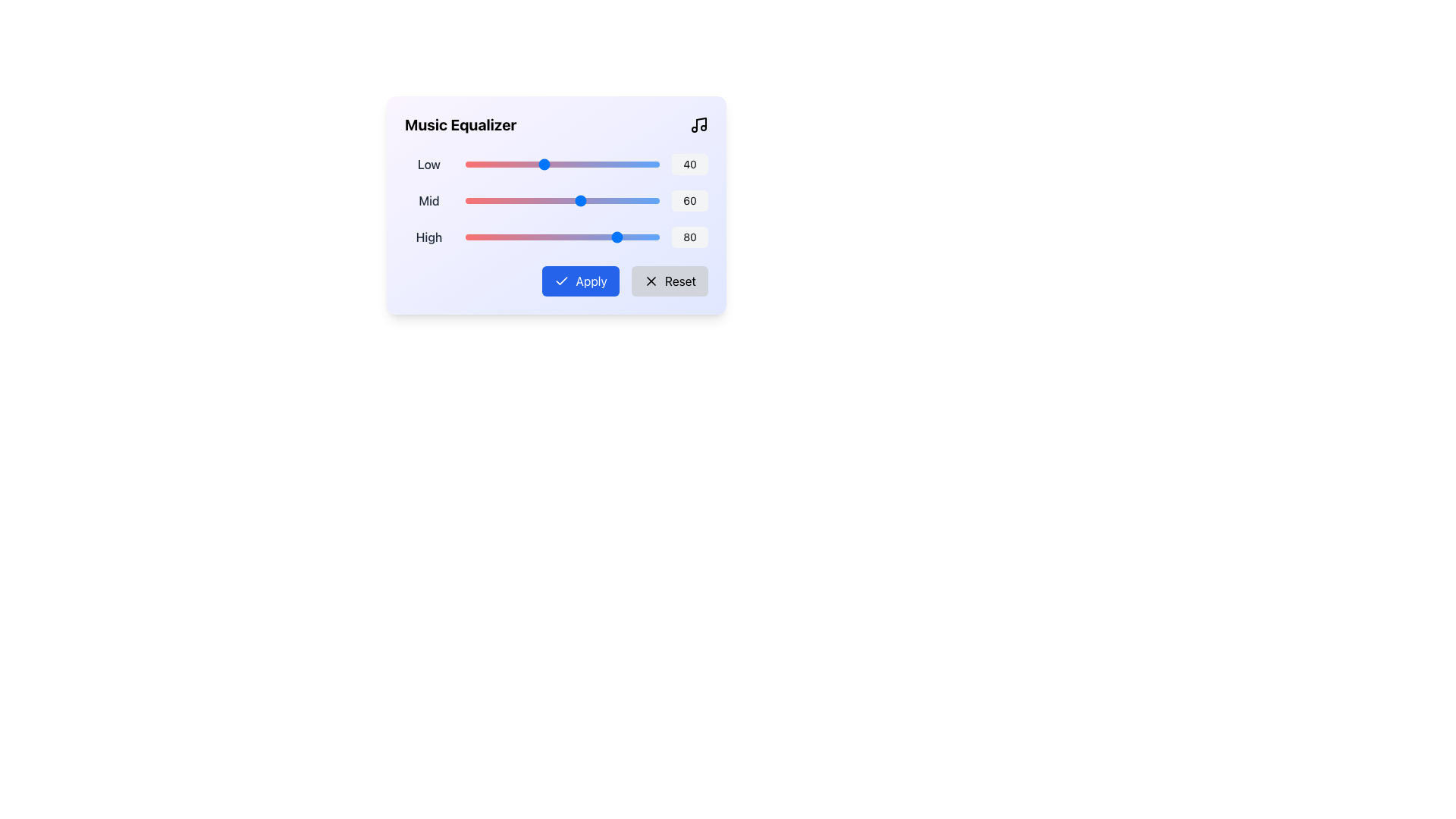  What do you see at coordinates (498, 200) in the screenshot?
I see `the mid-range slider` at bounding box center [498, 200].